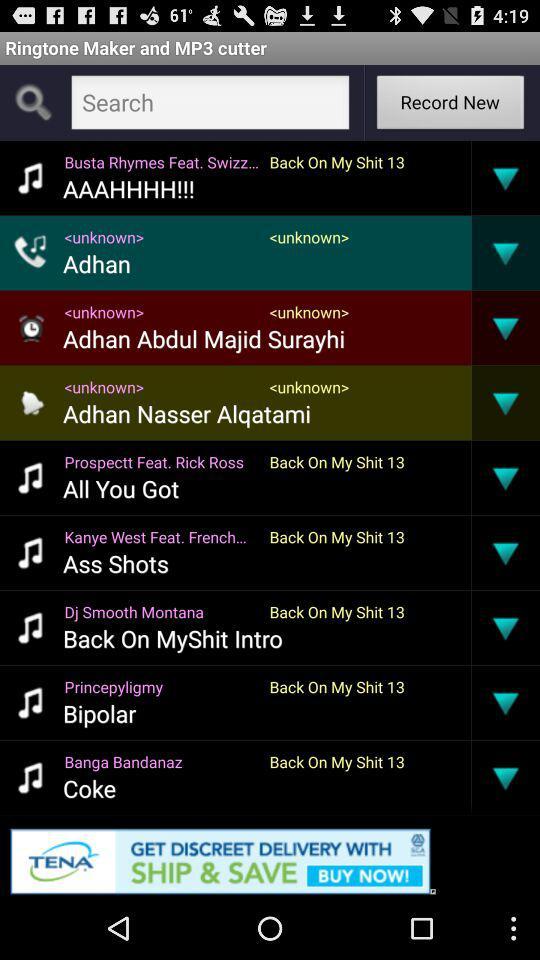 The width and height of the screenshot is (540, 960). Describe the element at coordinates (160, 760) in the screenshot. I see `the item to the left of back on my app` at that location.